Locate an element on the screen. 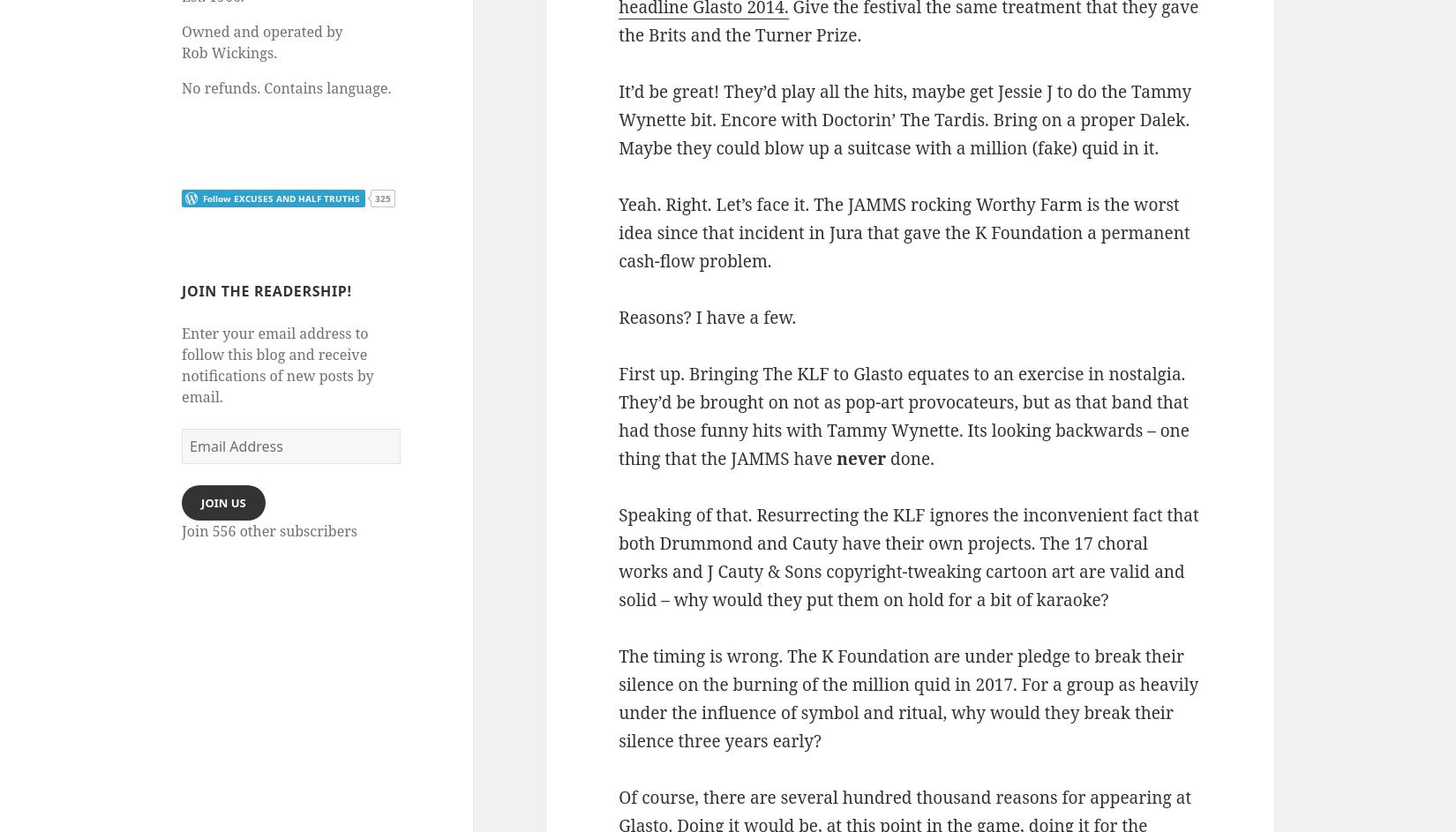 The height and width of the screenshot is (832, 1456). 'Yeah. Right. Let’s face it. The JAMMS rocking Worthy Farm is the worst idea since that incident in Jura that gave the K Foundation a permanent cash-flow problem.' is located at coordinates (904, 232).